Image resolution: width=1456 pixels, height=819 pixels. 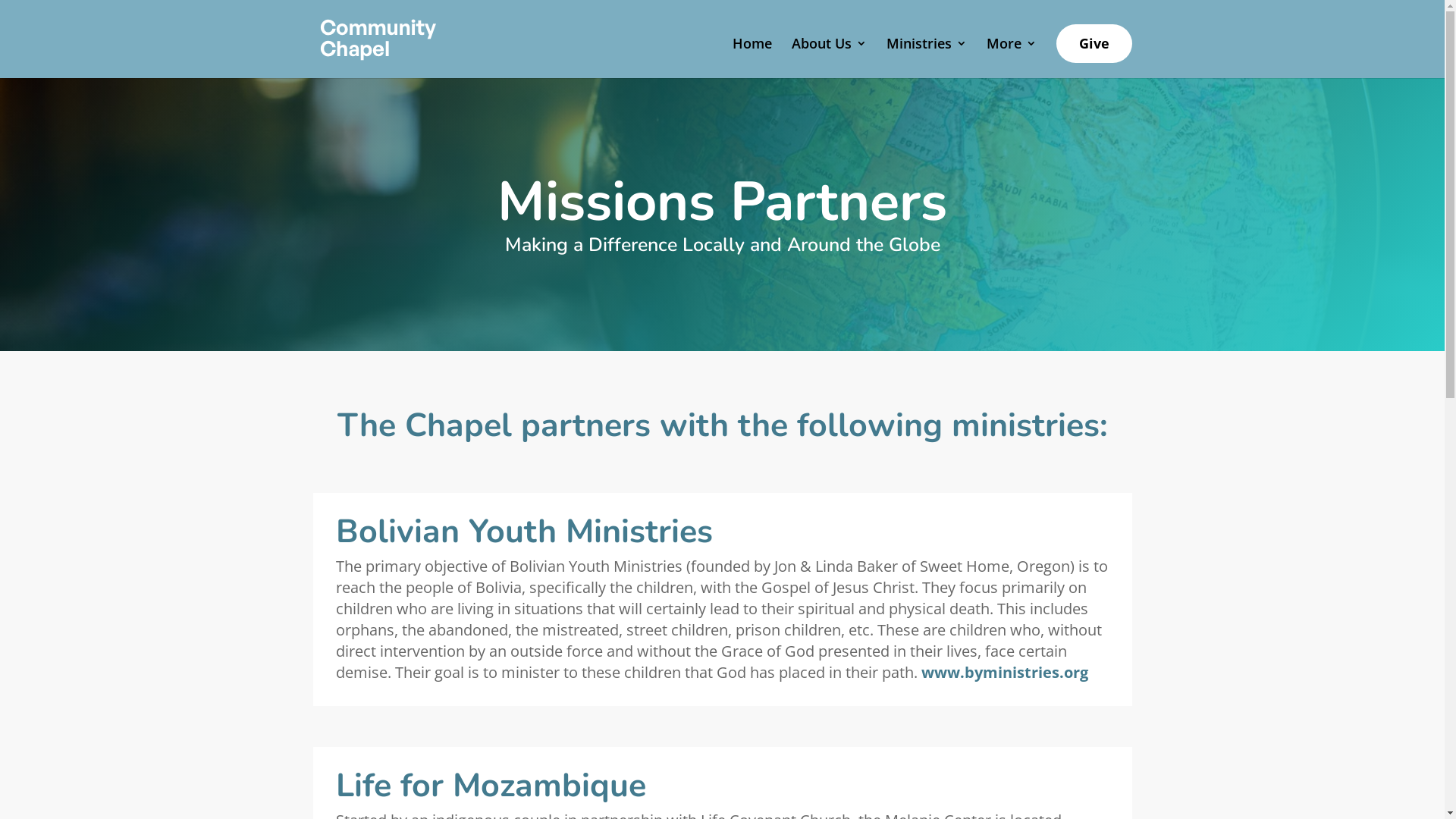 What do you see at coordinates (924, 55) in the screenshot?
I see `'Ministries'` at bounding box center [924, 55].